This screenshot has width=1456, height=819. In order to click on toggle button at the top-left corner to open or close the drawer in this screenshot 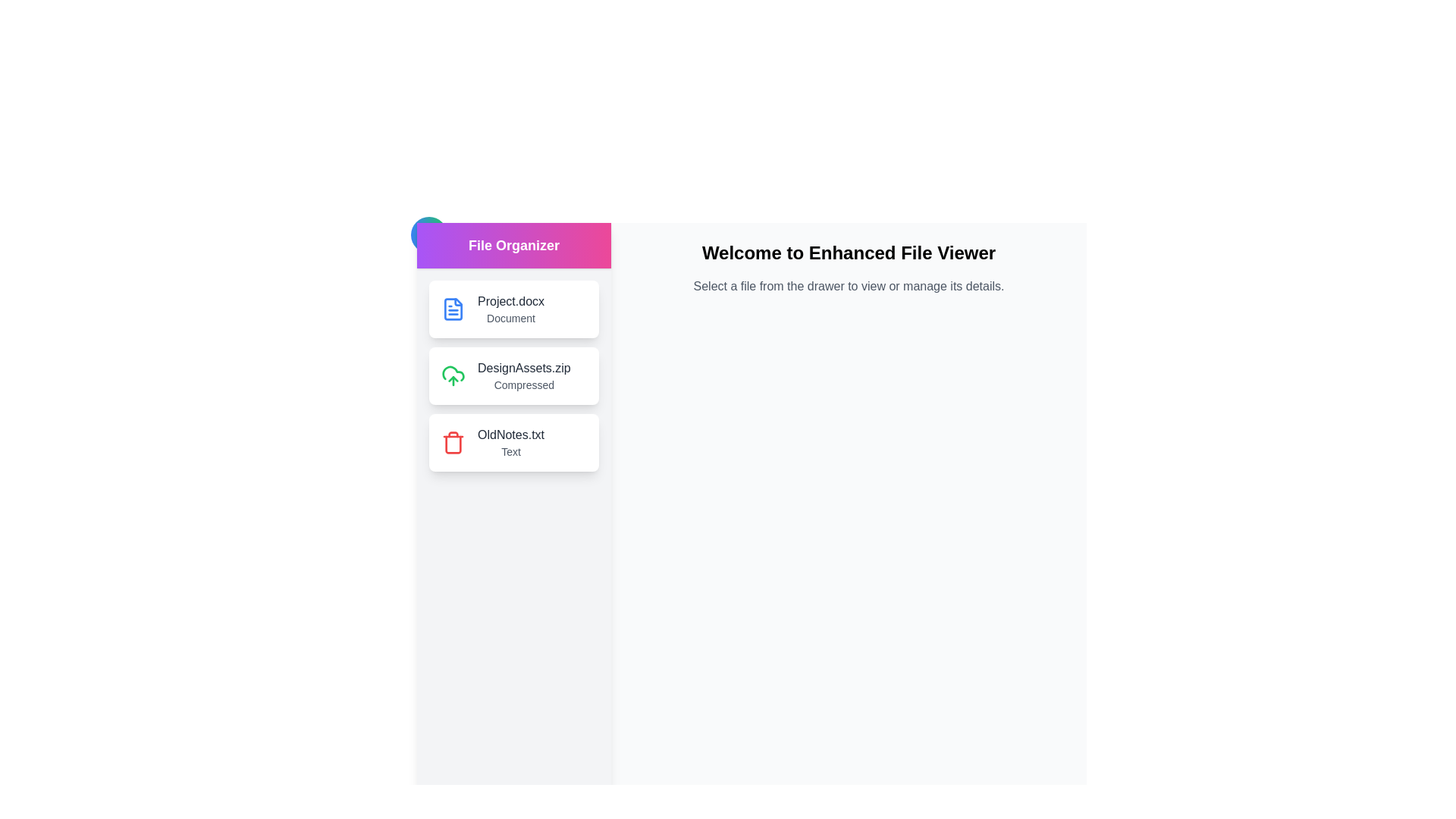, I will do `click(428, 234)`.